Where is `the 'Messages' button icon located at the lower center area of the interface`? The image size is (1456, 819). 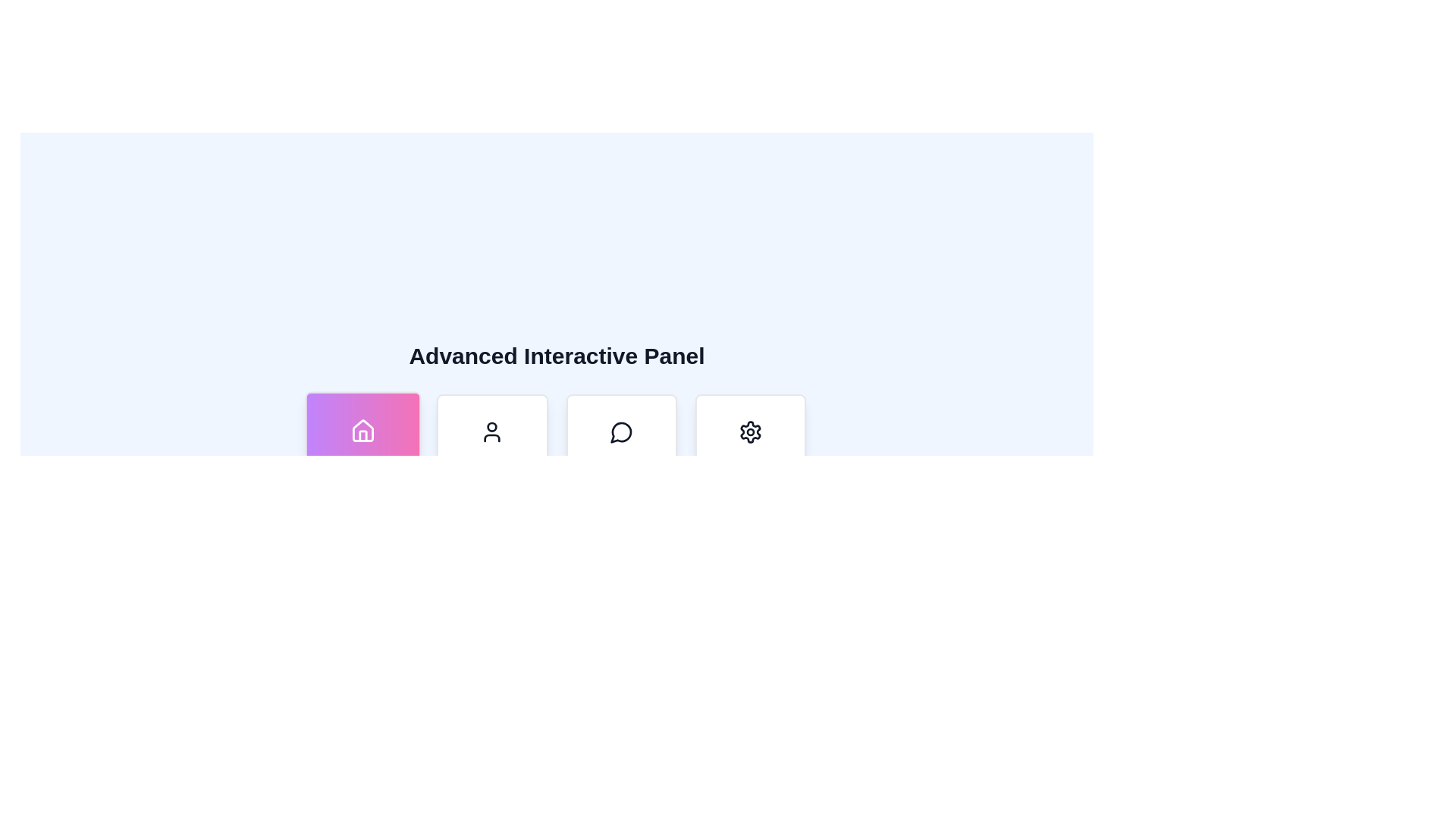
the 'Messages' button icon located at the lower center area of the interface is located at coordinates (621, 432).